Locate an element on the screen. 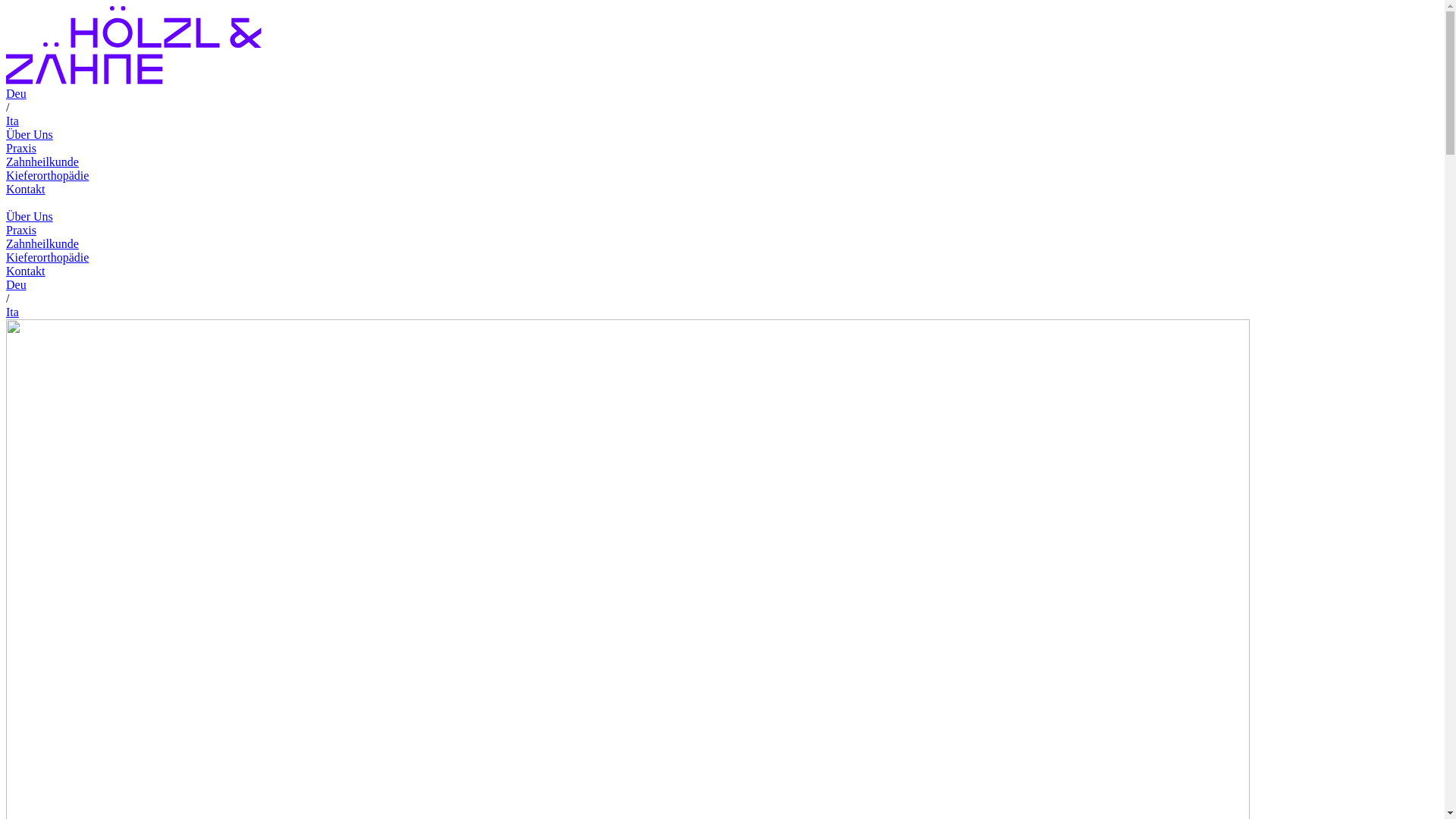 The width and height of the screenshot is (1456, 819). 'Praxis' is located at coordinates (21, 148).